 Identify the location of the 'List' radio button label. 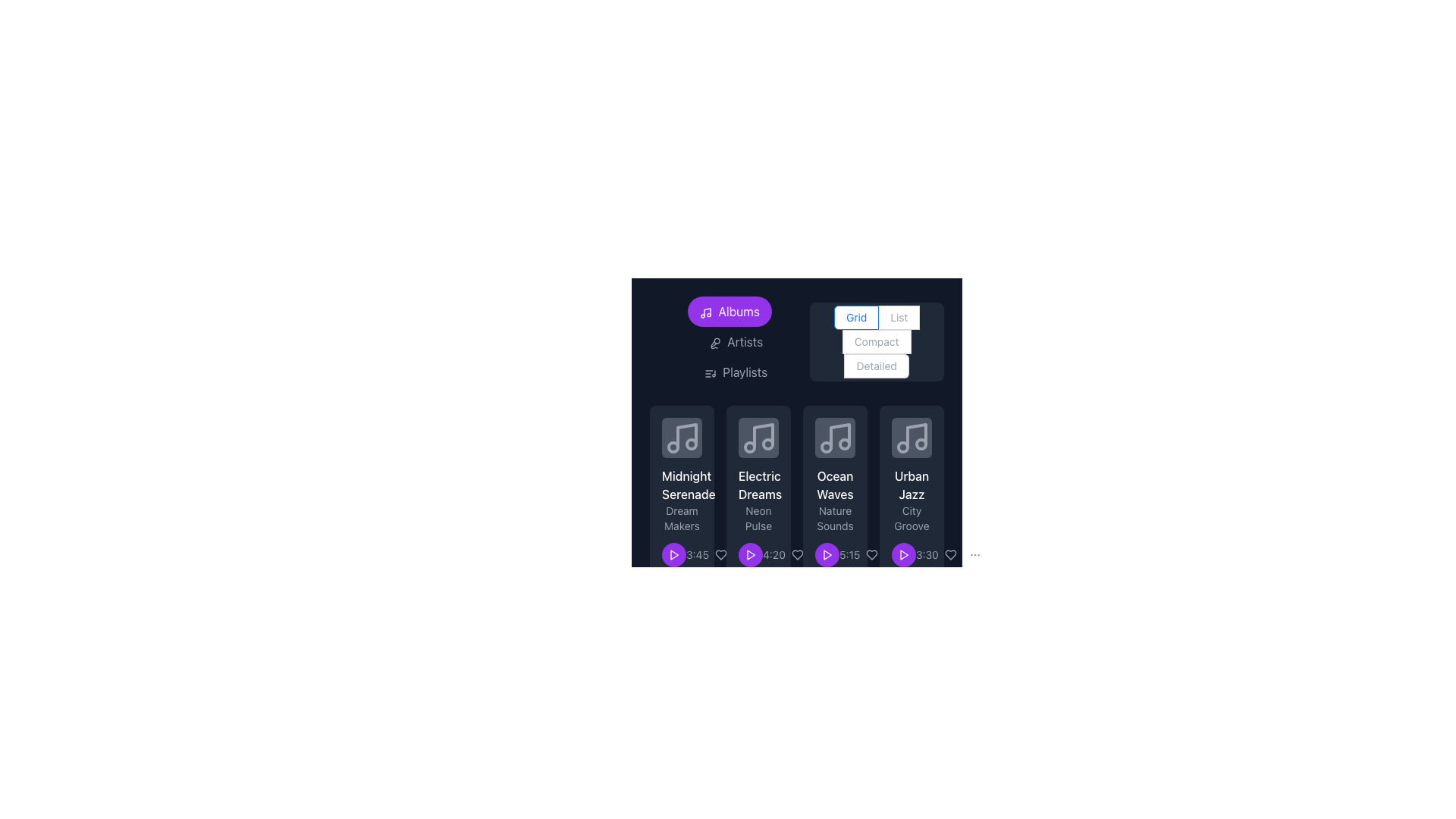
(899, 316).